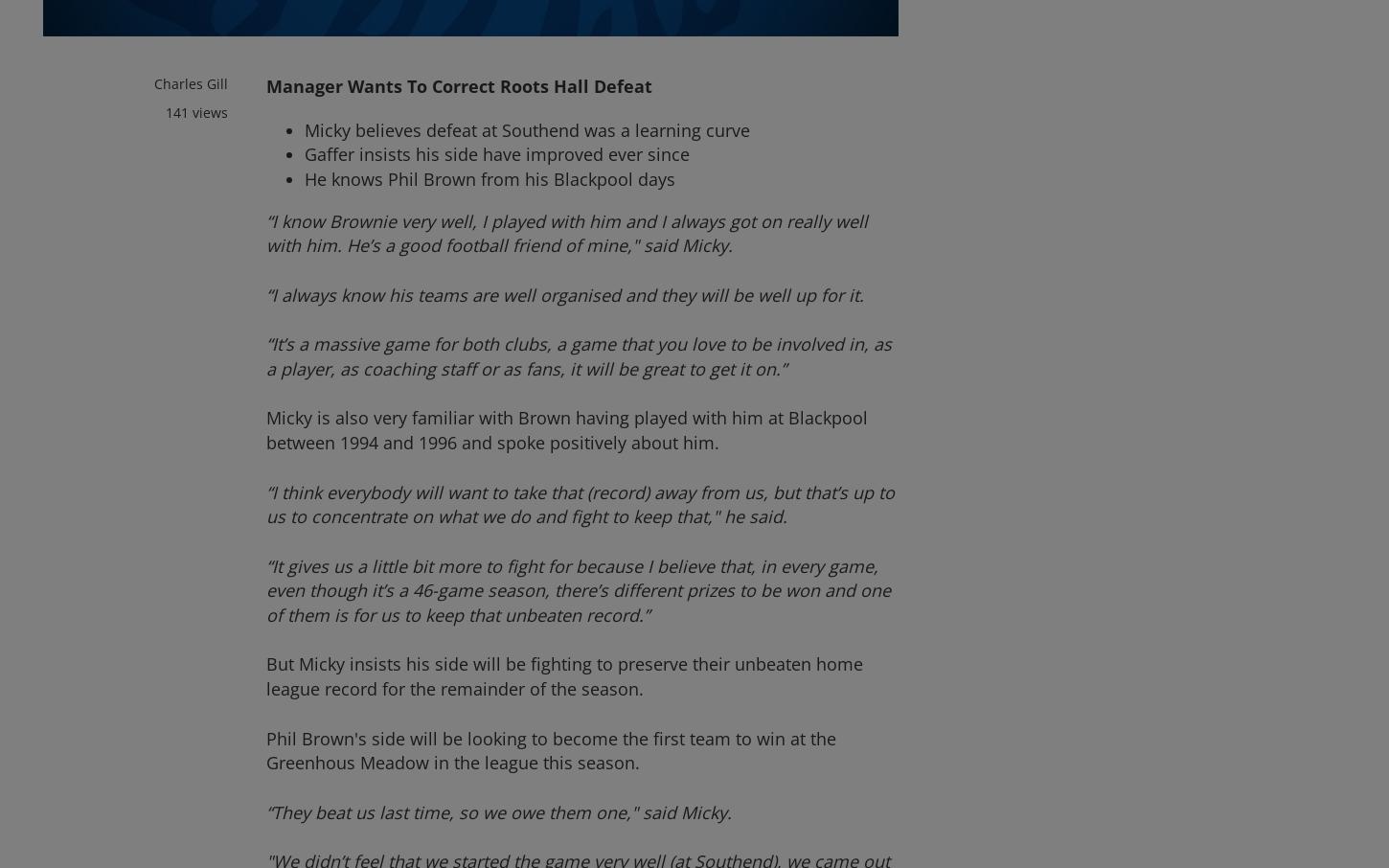  I want to click on 'Phil Brown's side will be looking to become the first team to win at the Greenhous Meadow in the league this season.', so click(265, 749).